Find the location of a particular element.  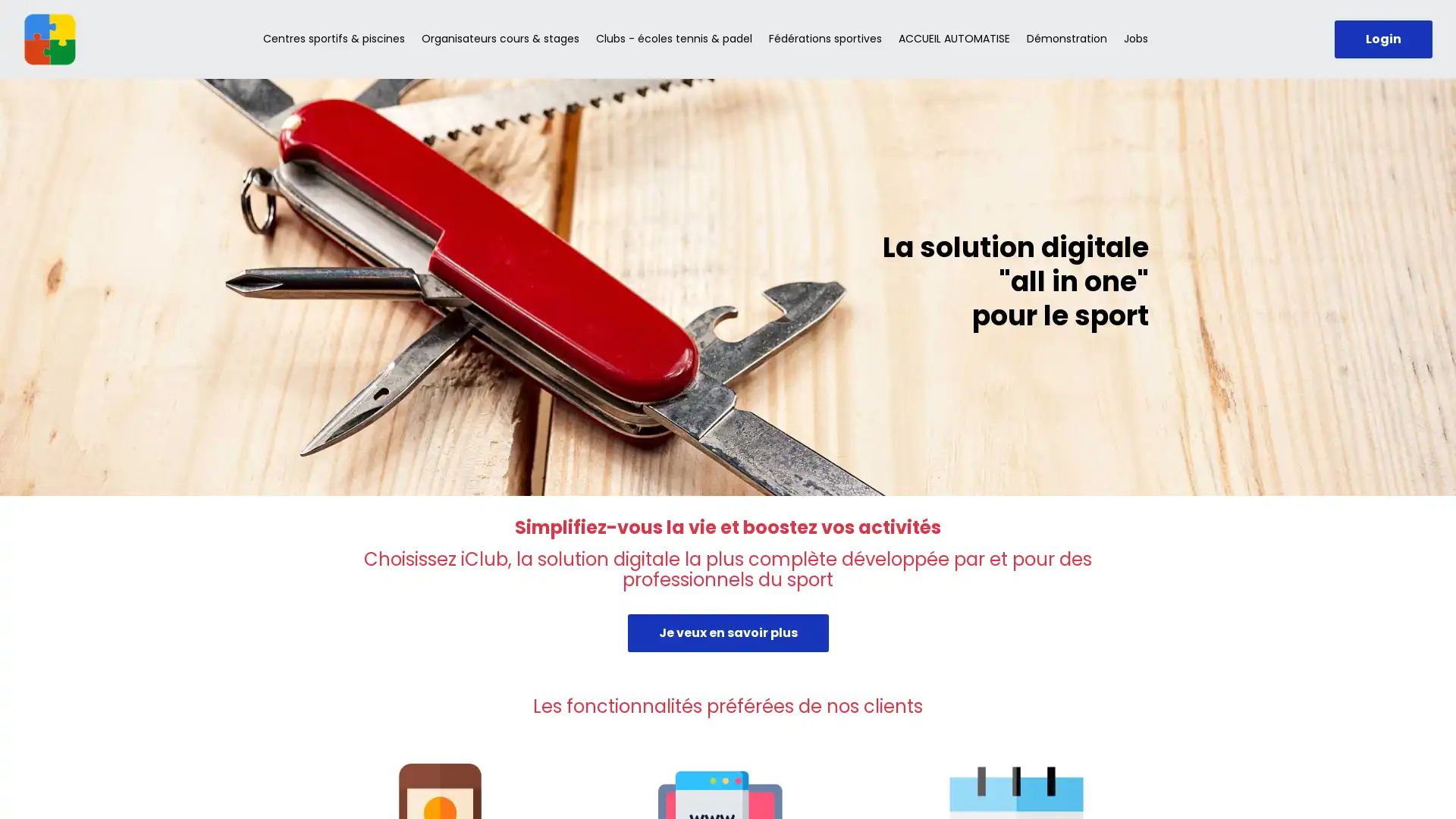

Clubs - ecoles tennis & padel is located at coordinates (673, 38).